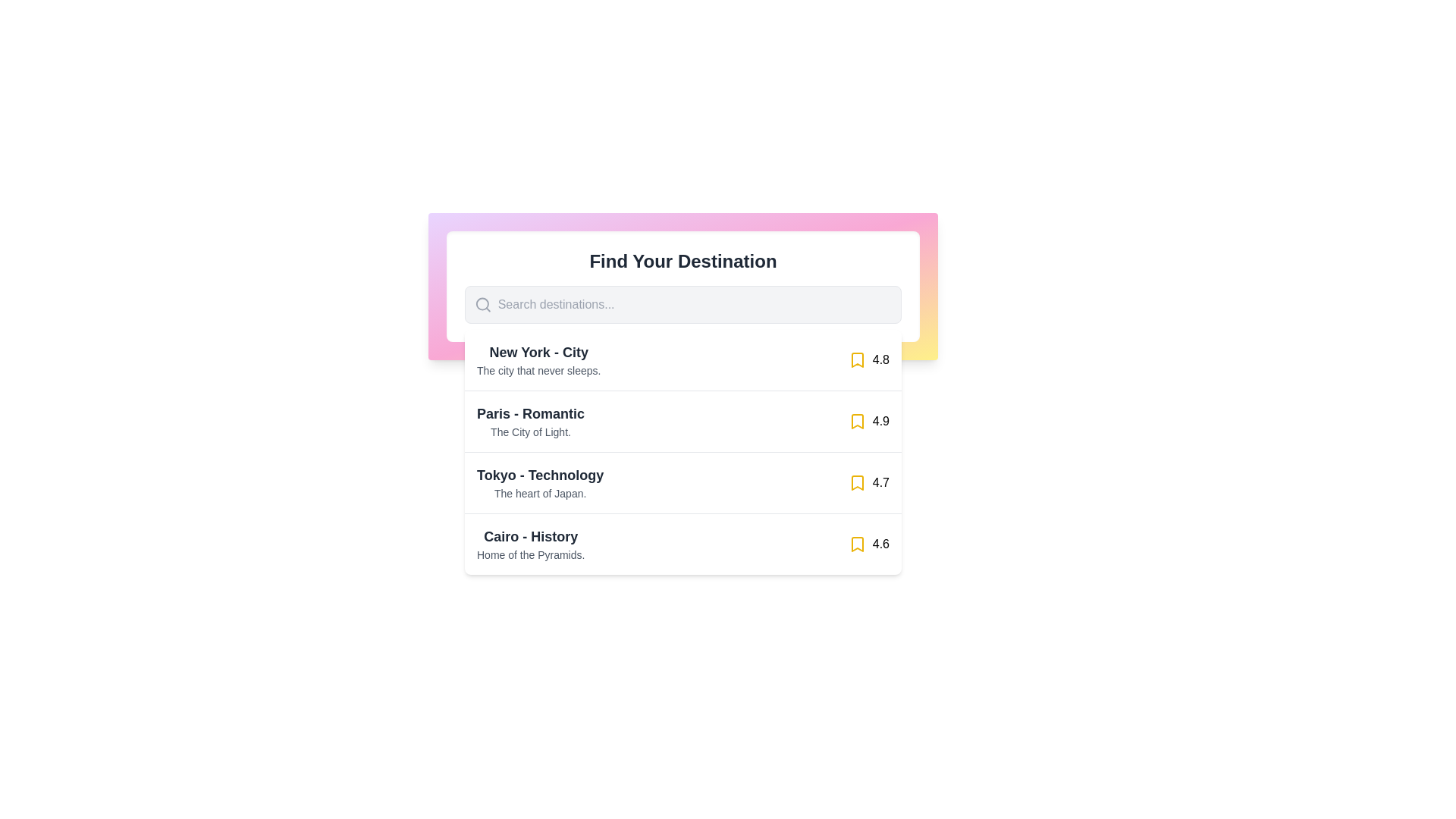  What do you see at coordinates (857, 482) in the screenshot?
I see `the bookmark icon, which is a yellow, geometric-shaped icon located to the right of the text 'Tokyo - Technology' and to the left of the rating value of 4.7 in the third list entry` at bounding box center [857, 482].